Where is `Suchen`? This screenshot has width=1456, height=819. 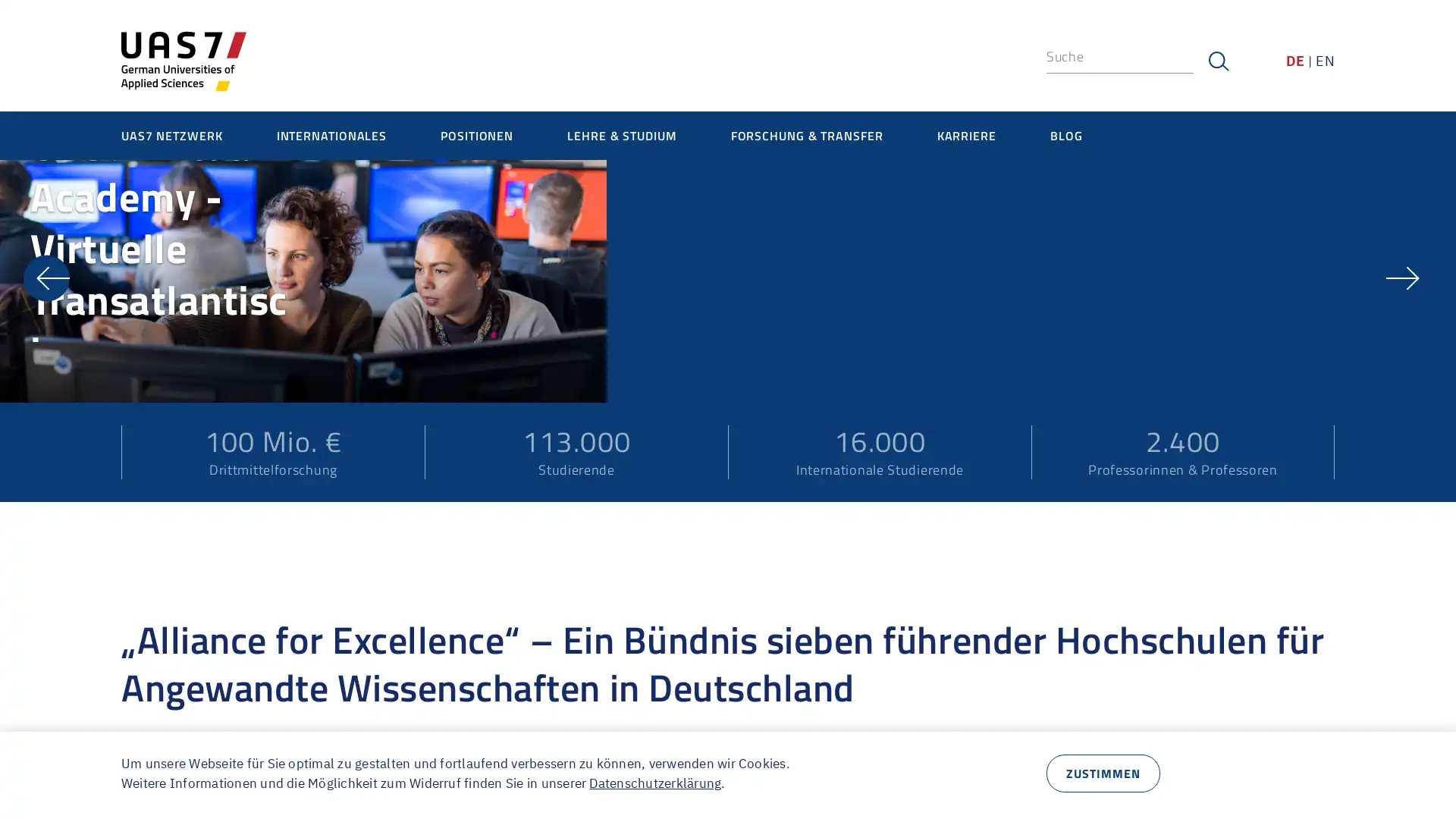
Suchen is located at coordinates (1218, 61).